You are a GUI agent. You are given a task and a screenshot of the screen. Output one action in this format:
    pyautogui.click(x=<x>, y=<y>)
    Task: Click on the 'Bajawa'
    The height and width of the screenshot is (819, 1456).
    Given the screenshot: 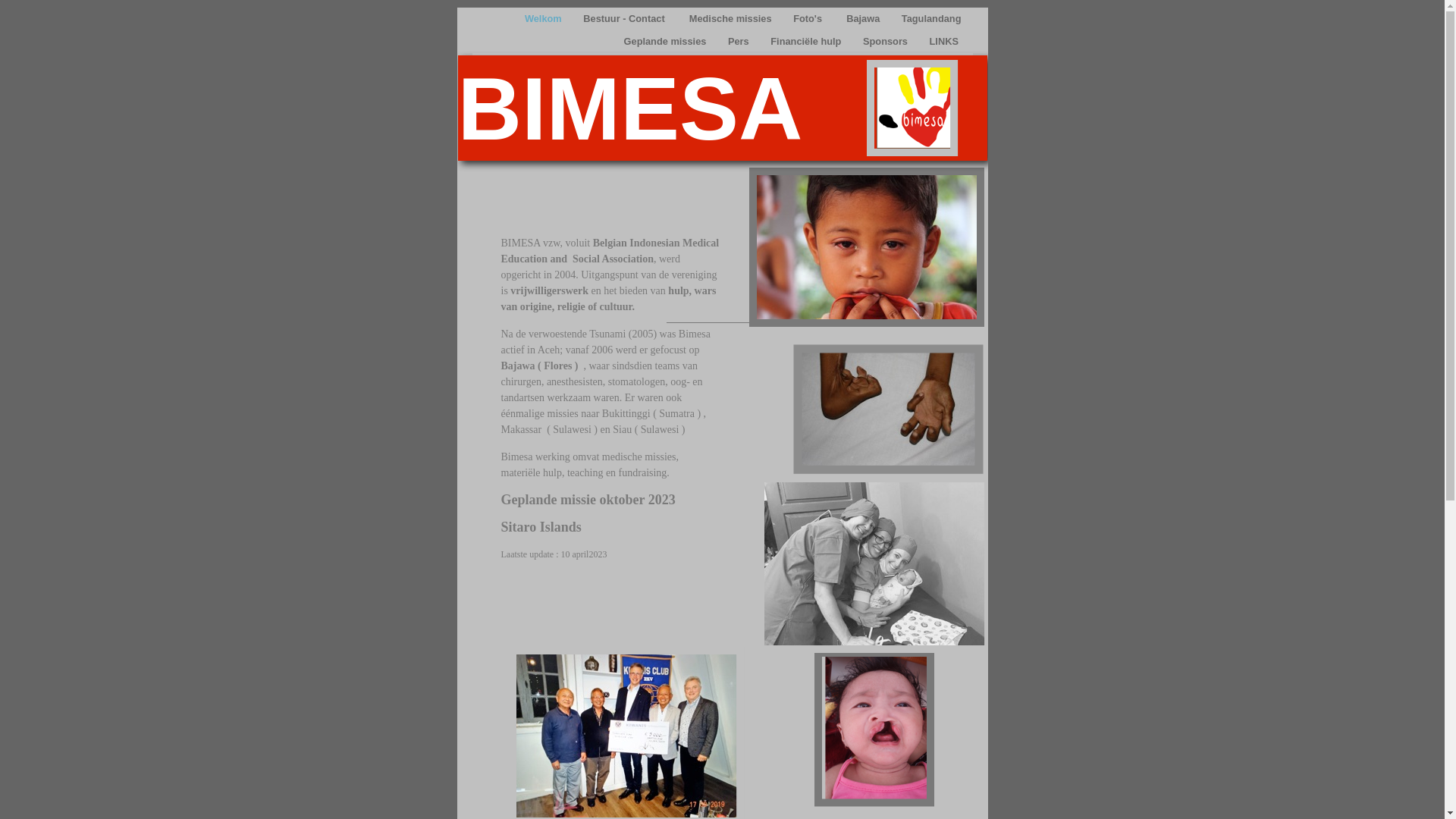 What is the action you would take?
    pyautogui.click(x=864, y=18)
    